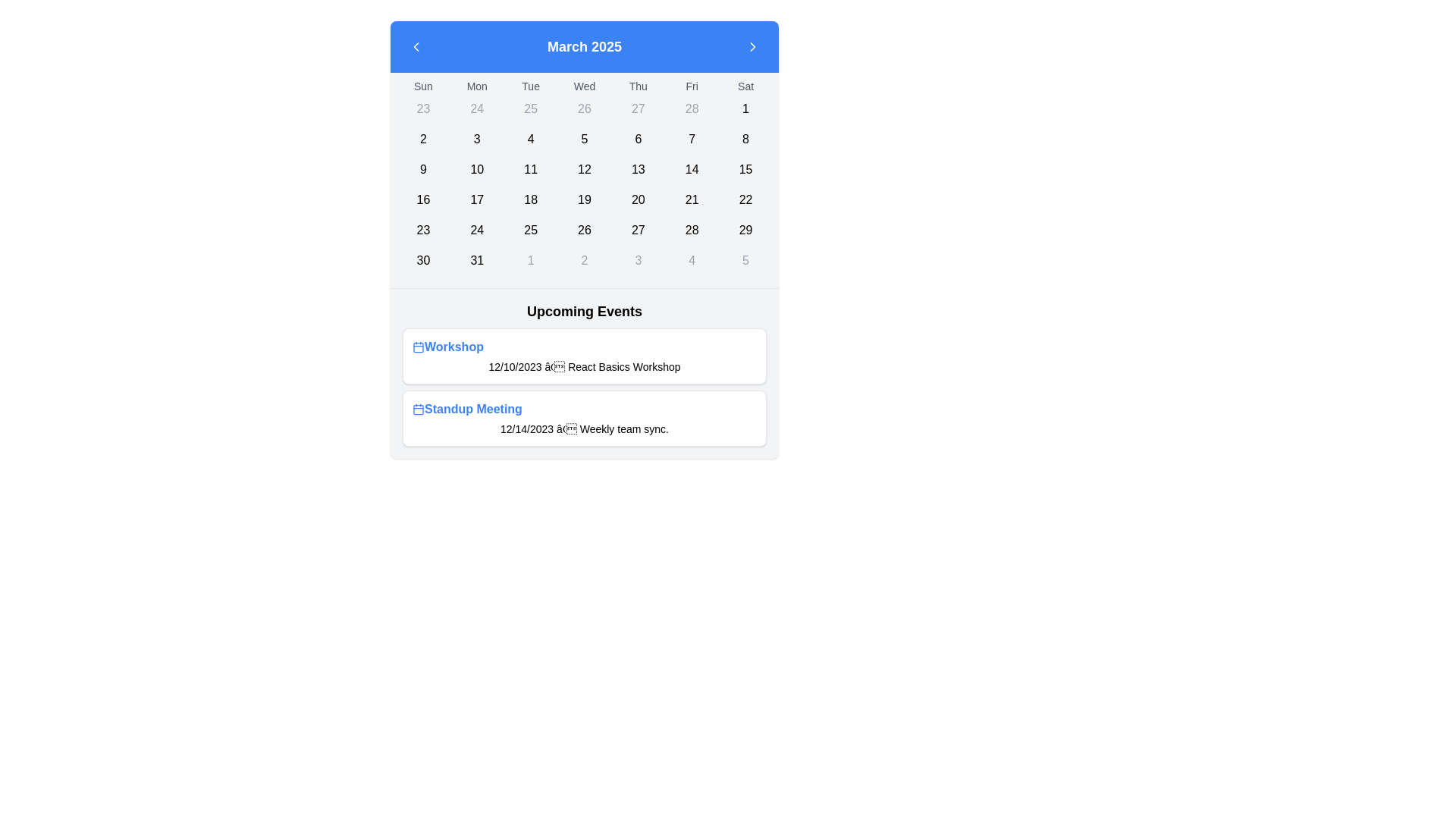  I want to click on the left navigation icon located in the top-left corner of the calendar header, so click(416, 45).